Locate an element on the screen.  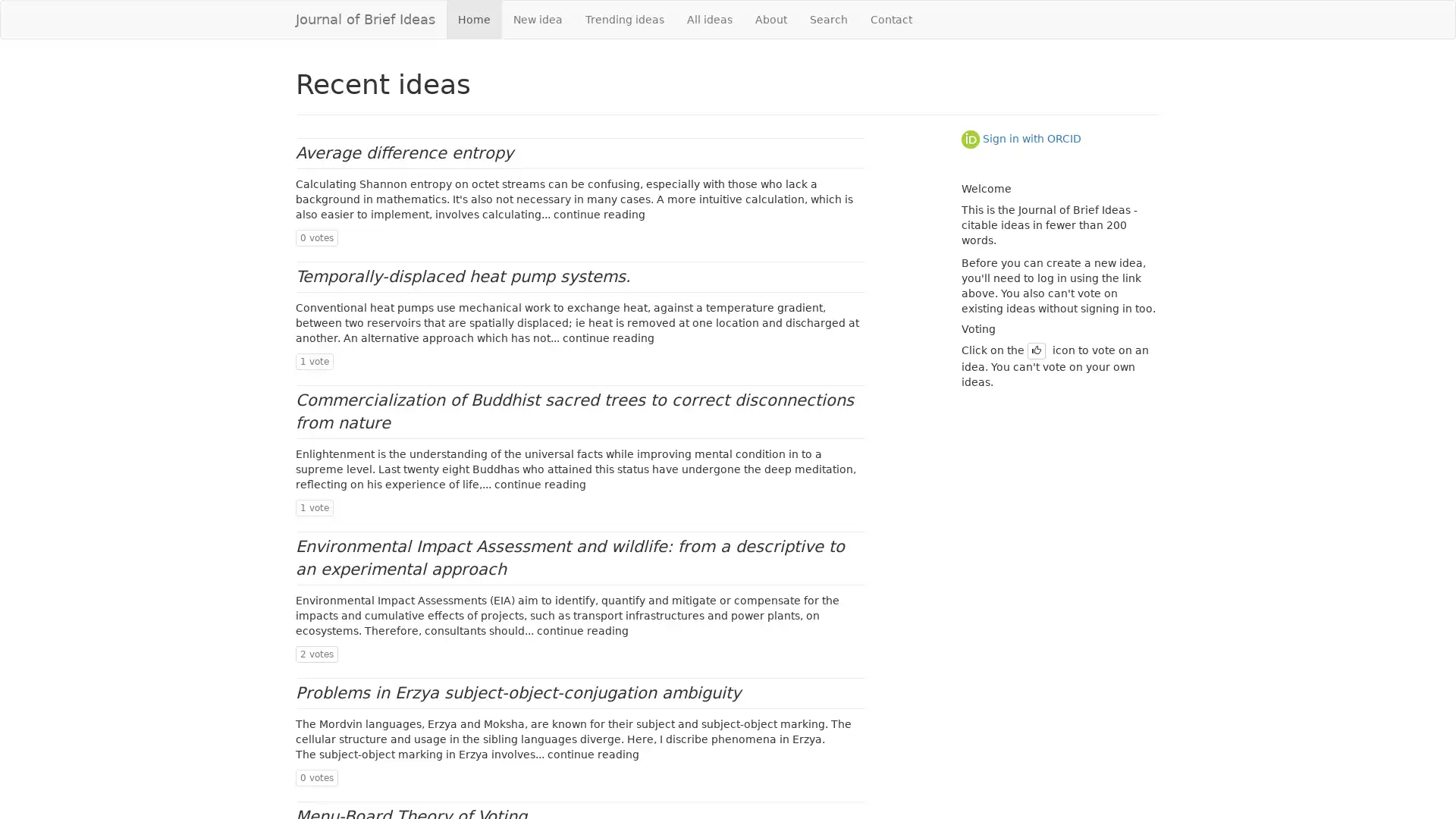
2 votes is located at coordinates (315, 652).